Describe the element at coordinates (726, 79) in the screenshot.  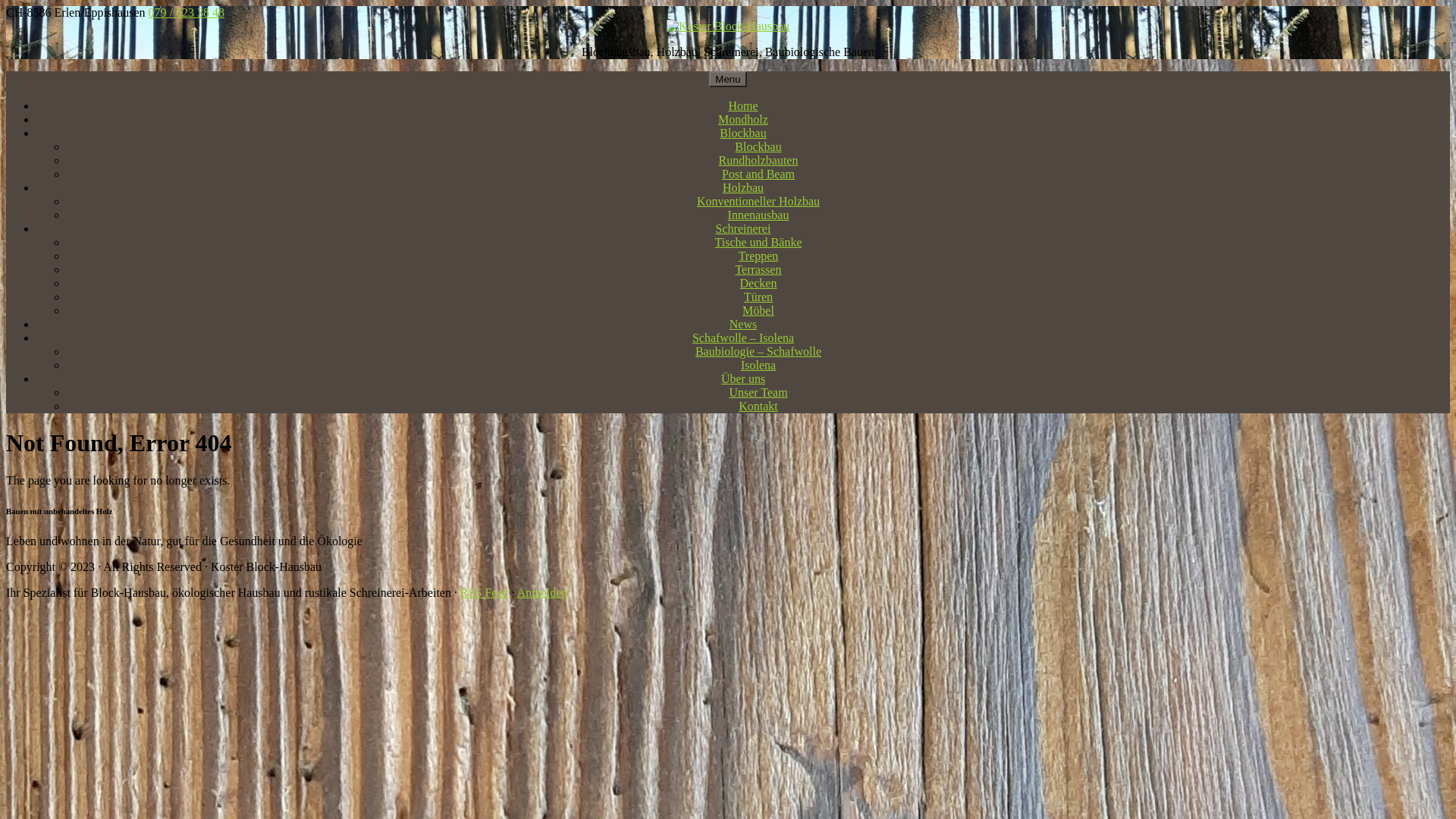
I see `'Menu'` at that location.